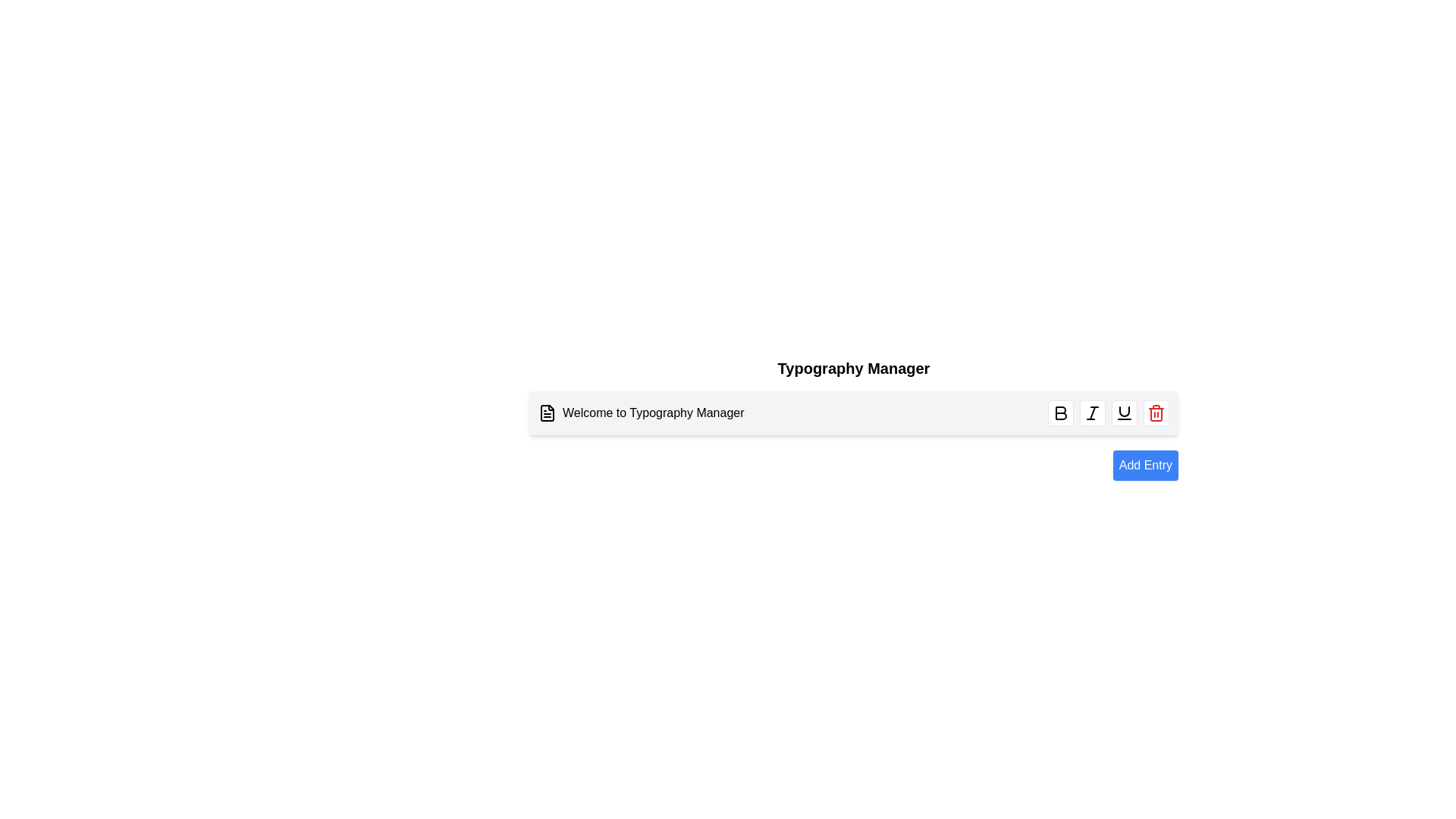 Image resolution: width=1456 pixels, height=819 pixels. What do you see at coordinates (1125, 412) in the screenshot?
I see `the upper part of the text formatting icon that resembles a downward arc to apply the underline style` at bounding box center [1125, 412].